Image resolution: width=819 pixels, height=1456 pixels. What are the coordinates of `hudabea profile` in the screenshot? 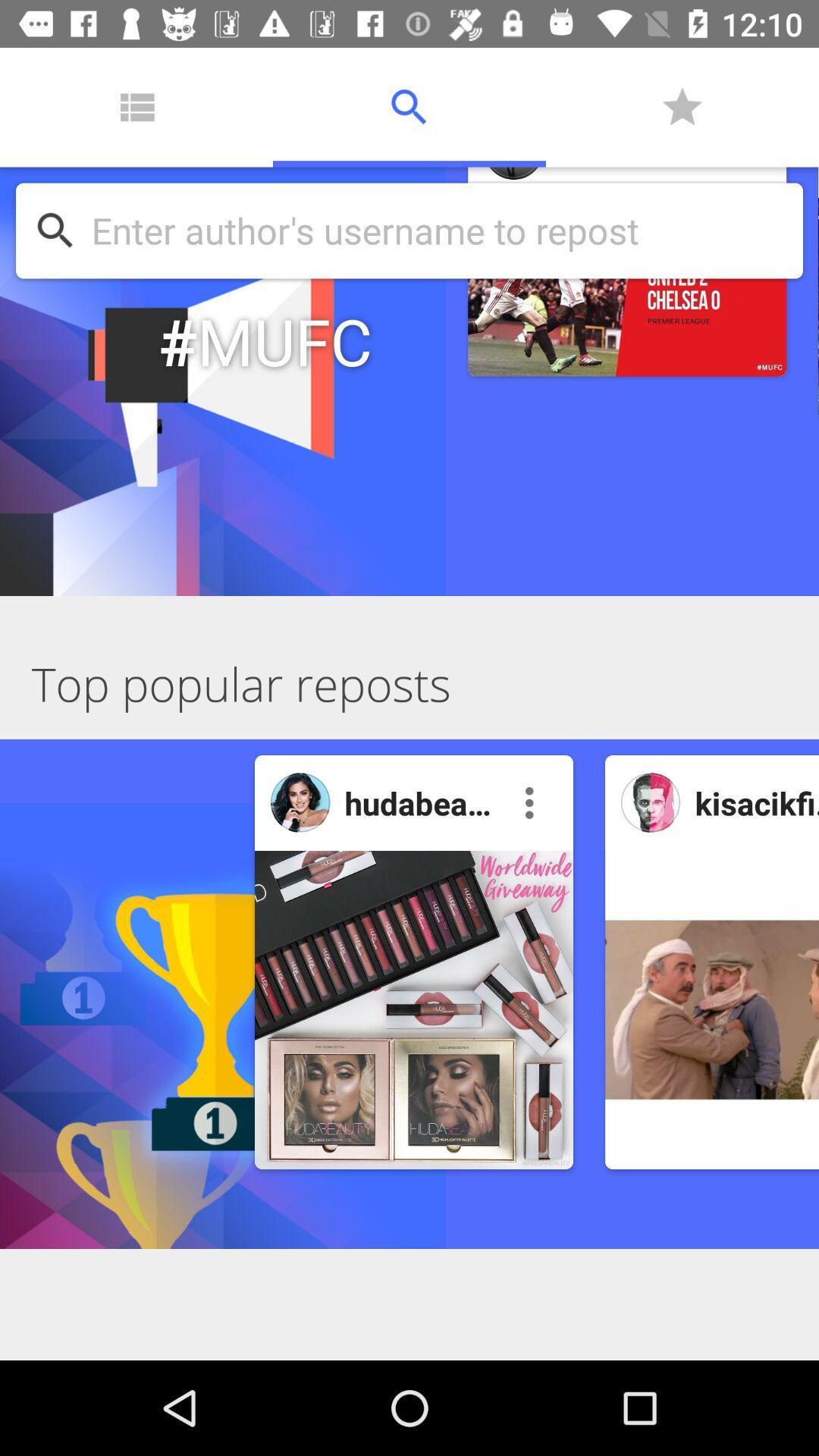 It's located at (300, 802).